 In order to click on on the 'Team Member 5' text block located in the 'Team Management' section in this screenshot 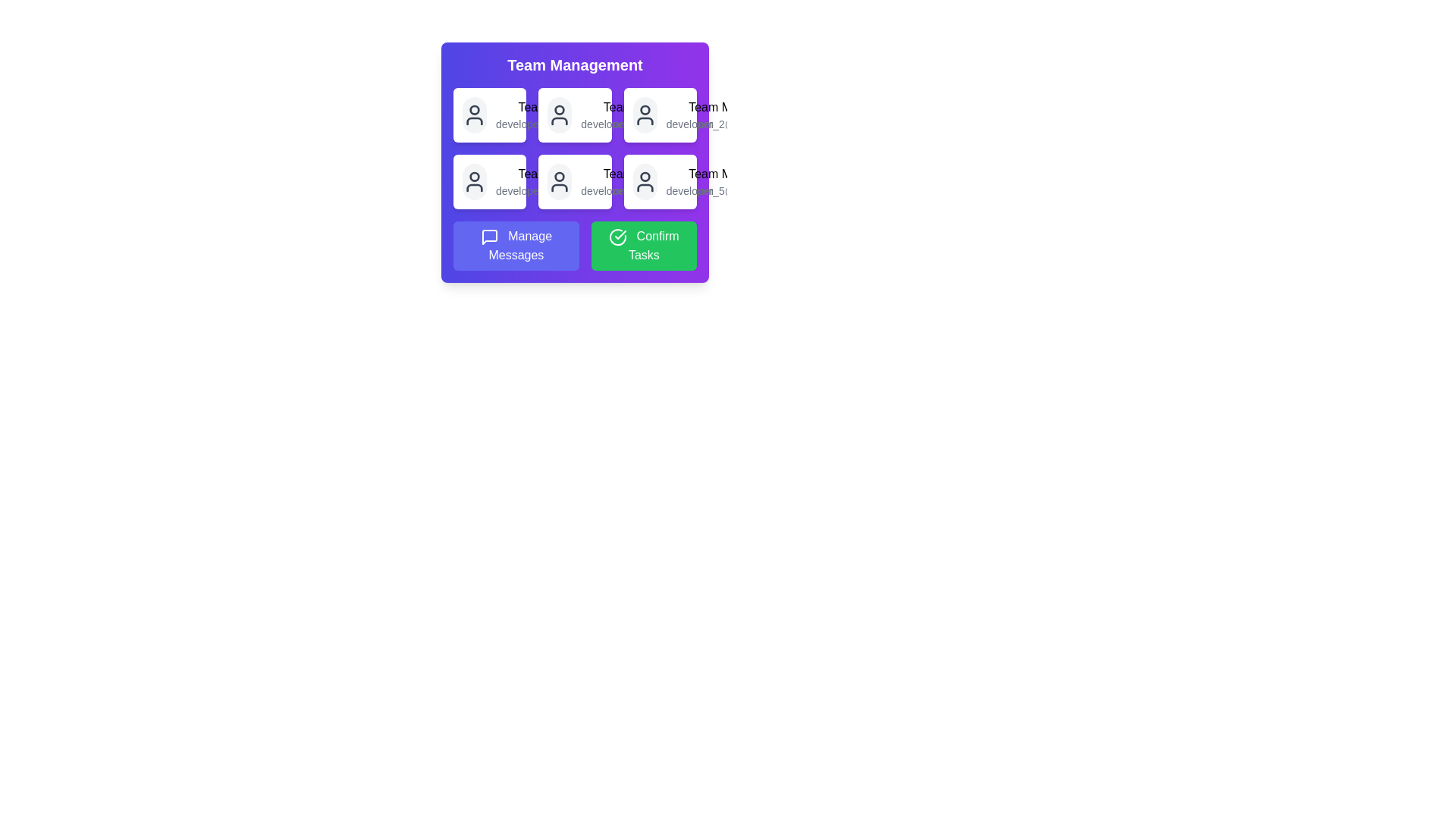, I will do `click(647, 180)`.